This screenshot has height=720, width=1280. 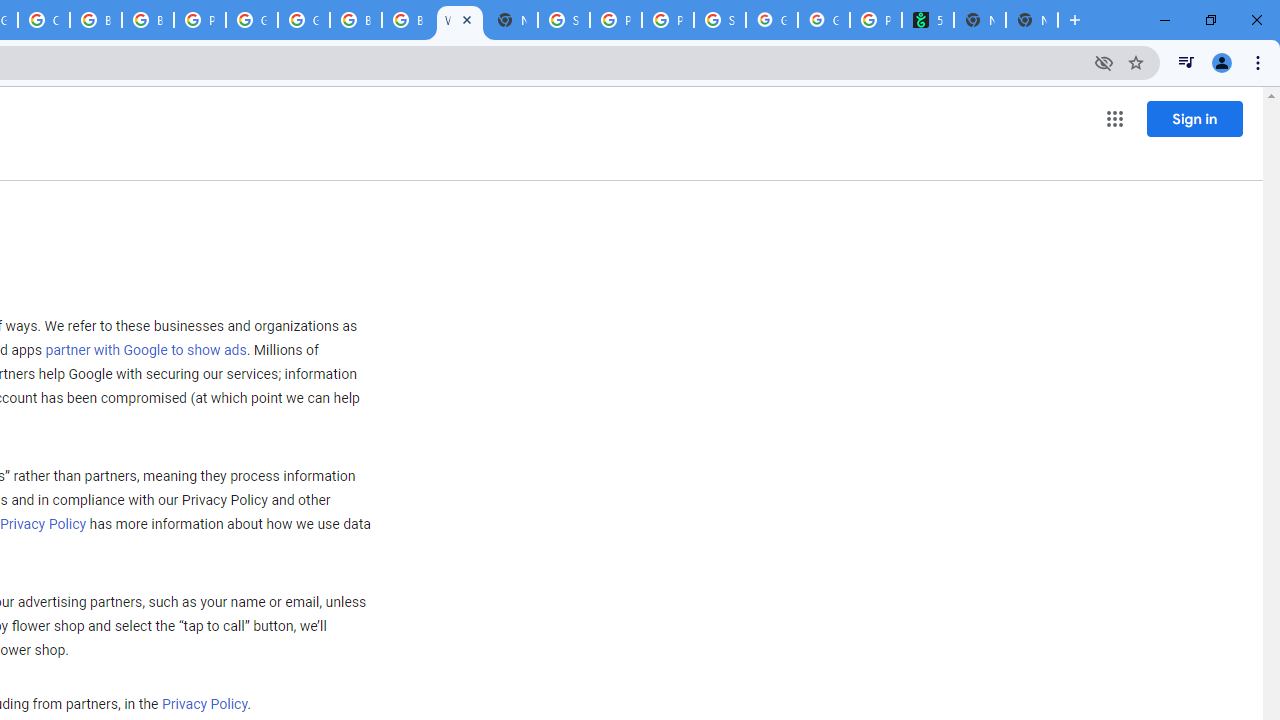 I want to click on 'partner with Google to show ads', so click(x=144, y=350).